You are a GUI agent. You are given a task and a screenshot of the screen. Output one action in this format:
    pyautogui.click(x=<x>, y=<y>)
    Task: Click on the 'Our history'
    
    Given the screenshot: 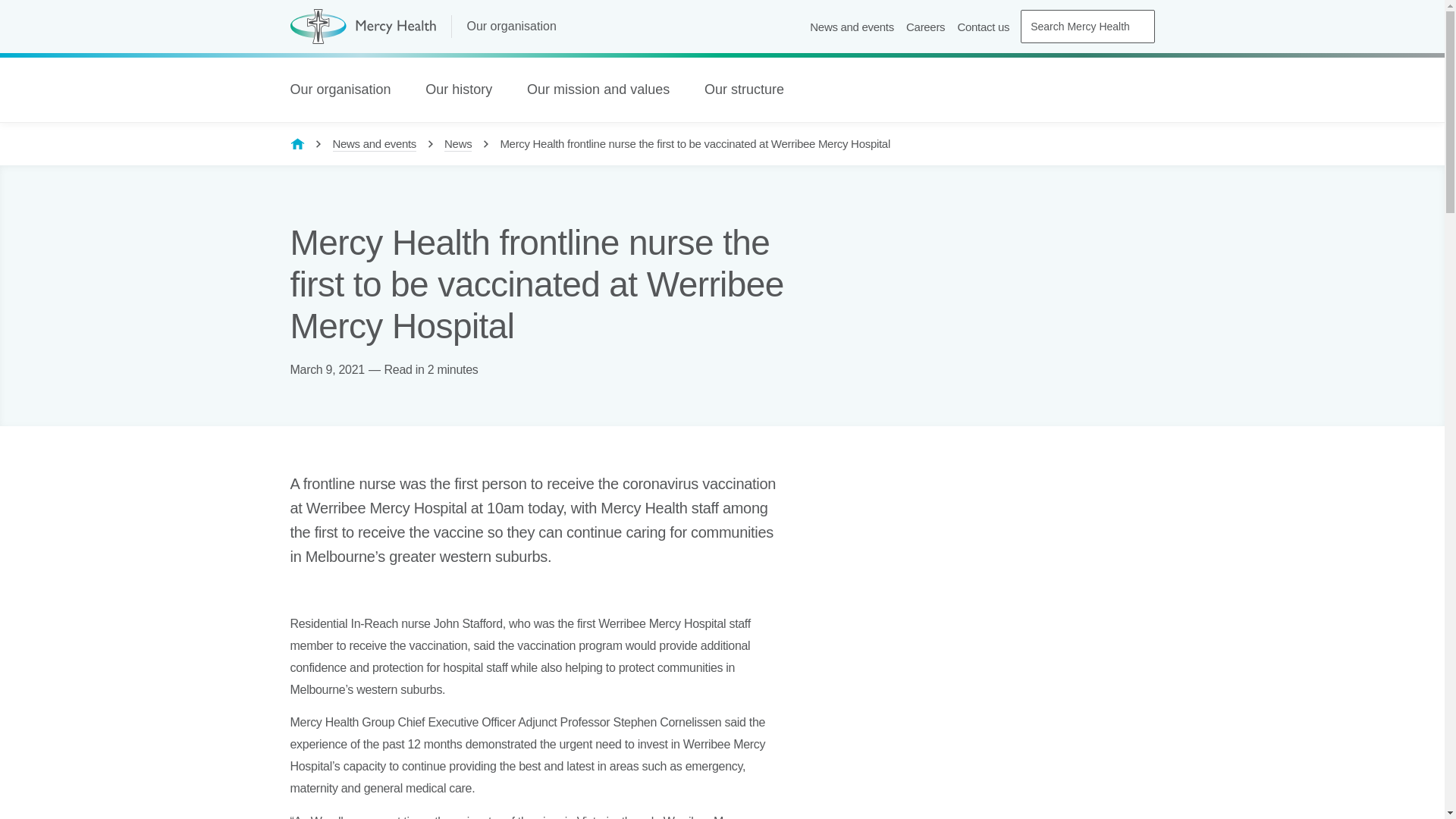 What is the action you would take?
    pyautogui.click(x=464, y=89)
    